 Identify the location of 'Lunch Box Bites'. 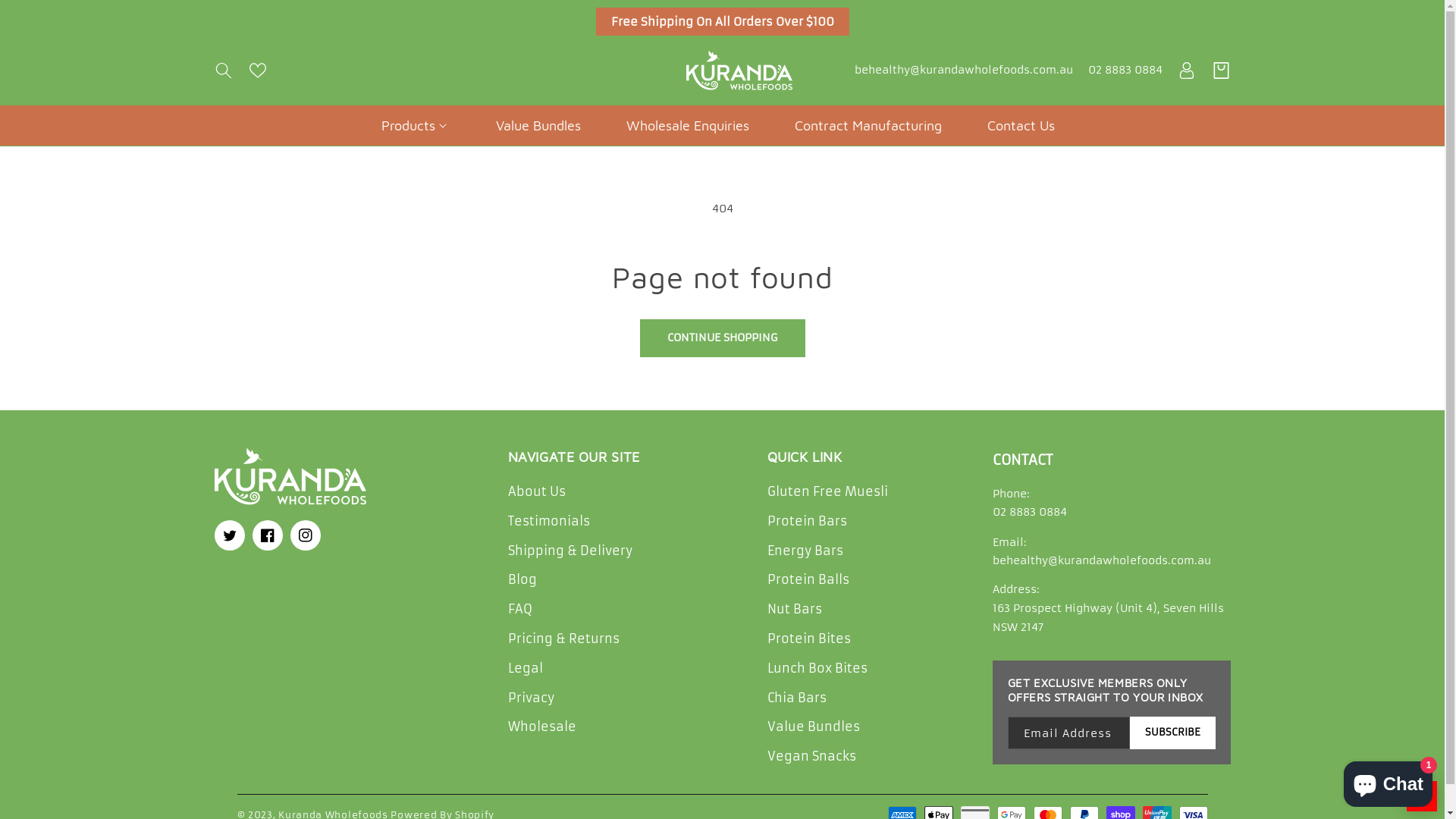
(767, 667).